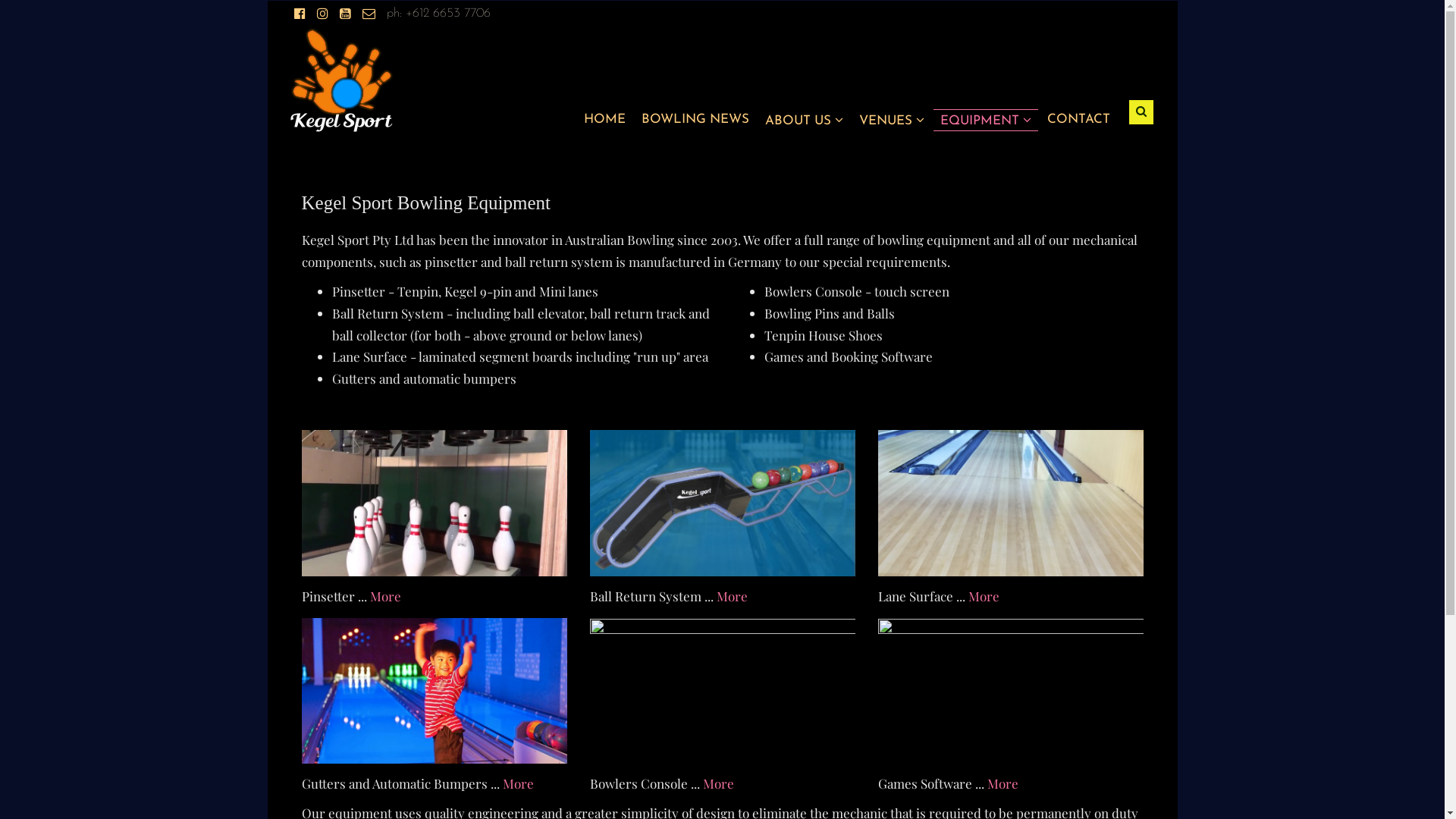 This screenshot has height=819, width=1456. Describe the element at coordinates (731, 595) in the screenshot. I see `'More'` at that location.